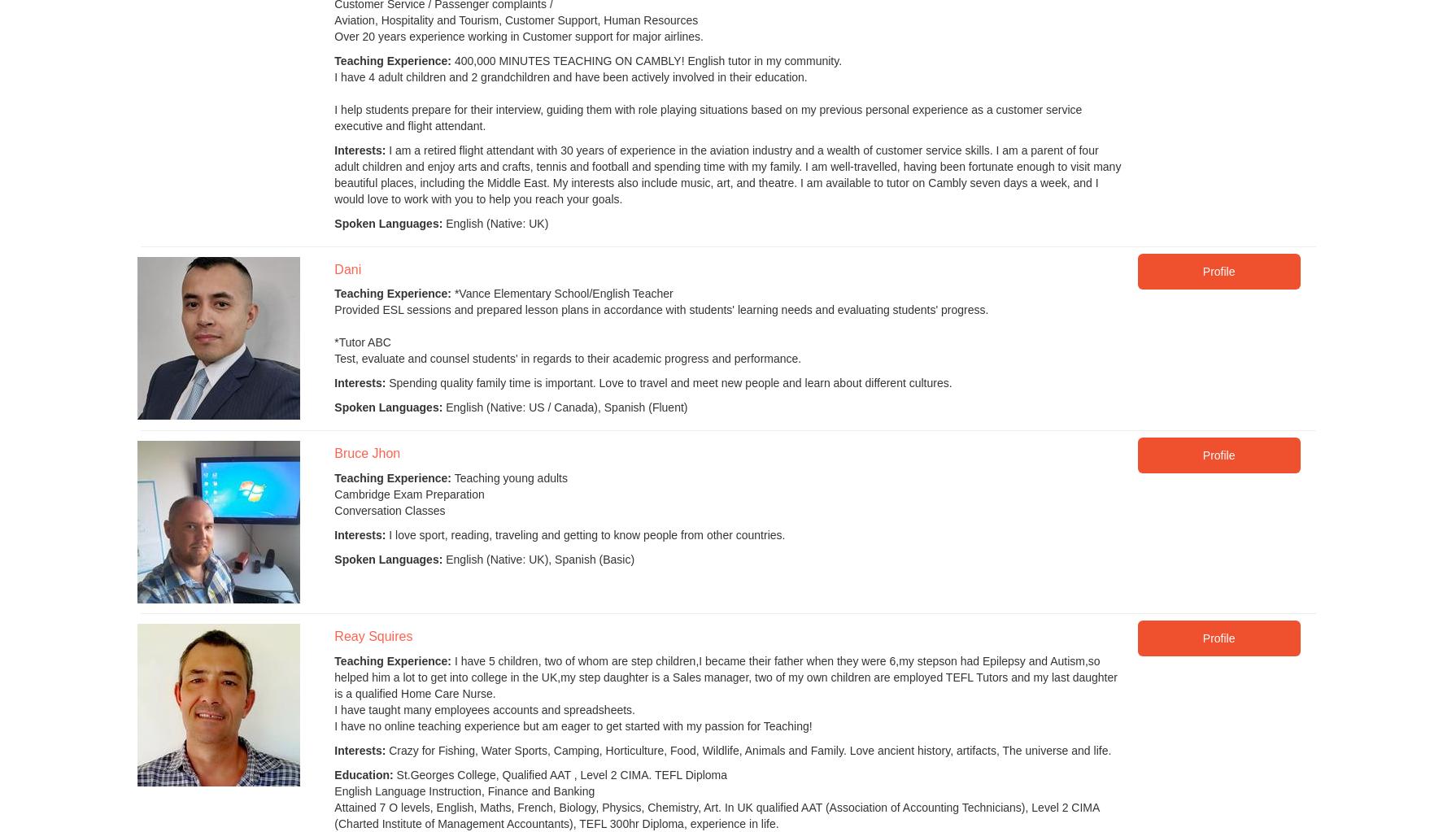 This screenshot has height=832, width=1456. What do you see at coordinates (707, 116) in the screenshot?
I see `'I help students prepare for their interview, guiding them with role playing situations based on my previous personal experience as a customer service executive and flight attendant.'` at bounding box center [707, 116].